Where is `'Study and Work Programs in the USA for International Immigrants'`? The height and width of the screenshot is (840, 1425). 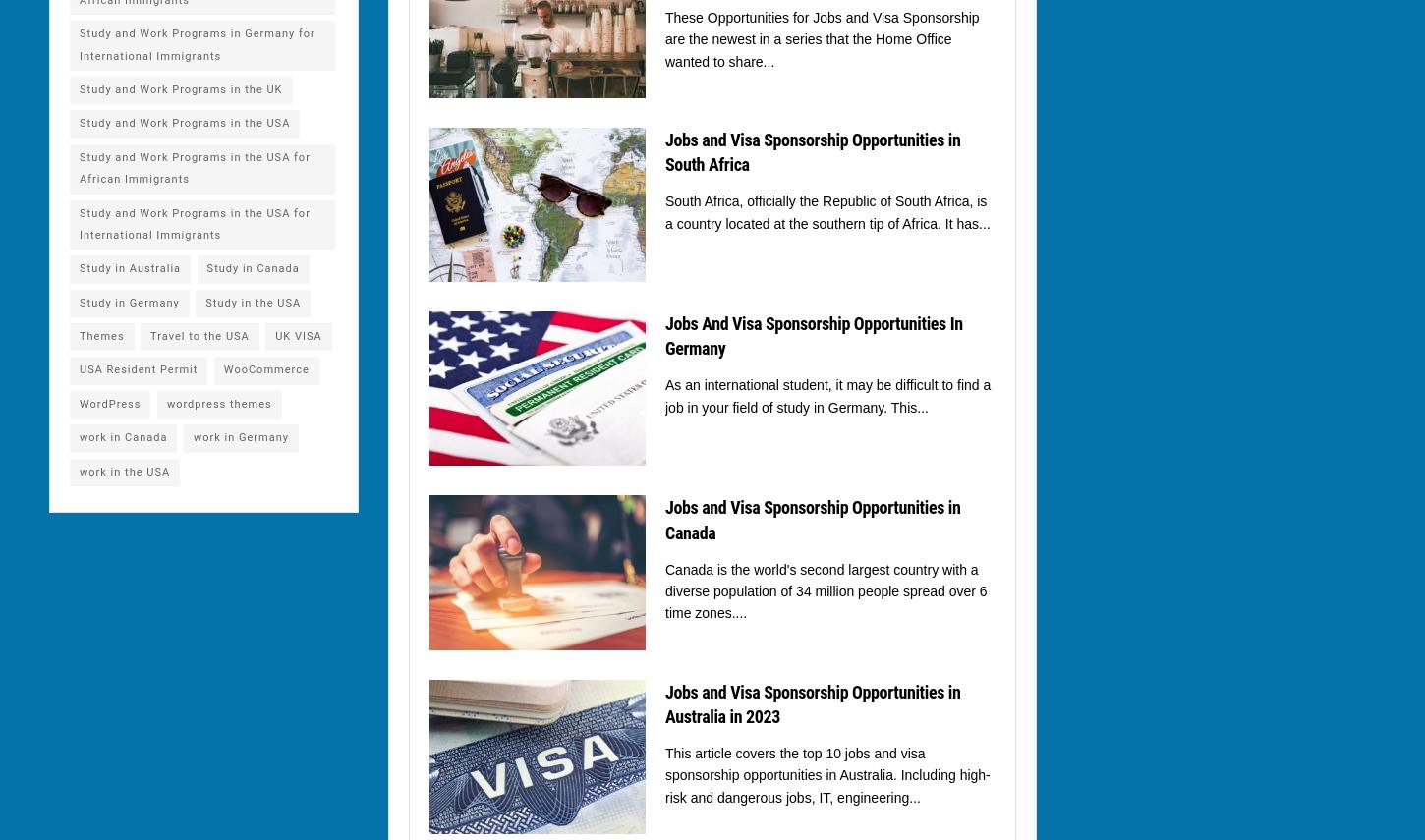 'Study and Work Programs in the USA for International Immigrants' is located at coordinates (194, 223).